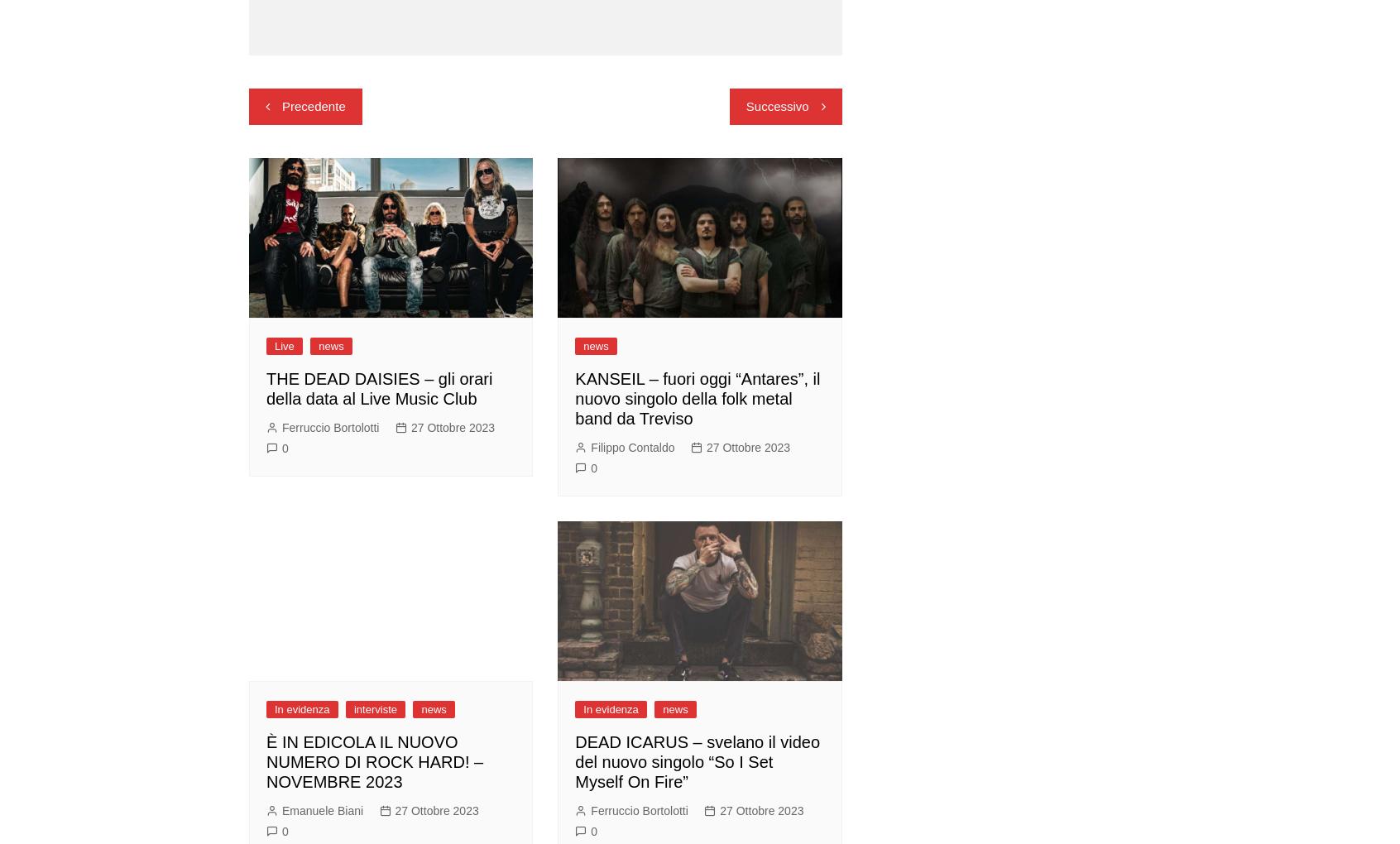  What do you see at coordinates (283, 346) in the screenshot?
I see `'Live'` at bounding box center [283, 346].